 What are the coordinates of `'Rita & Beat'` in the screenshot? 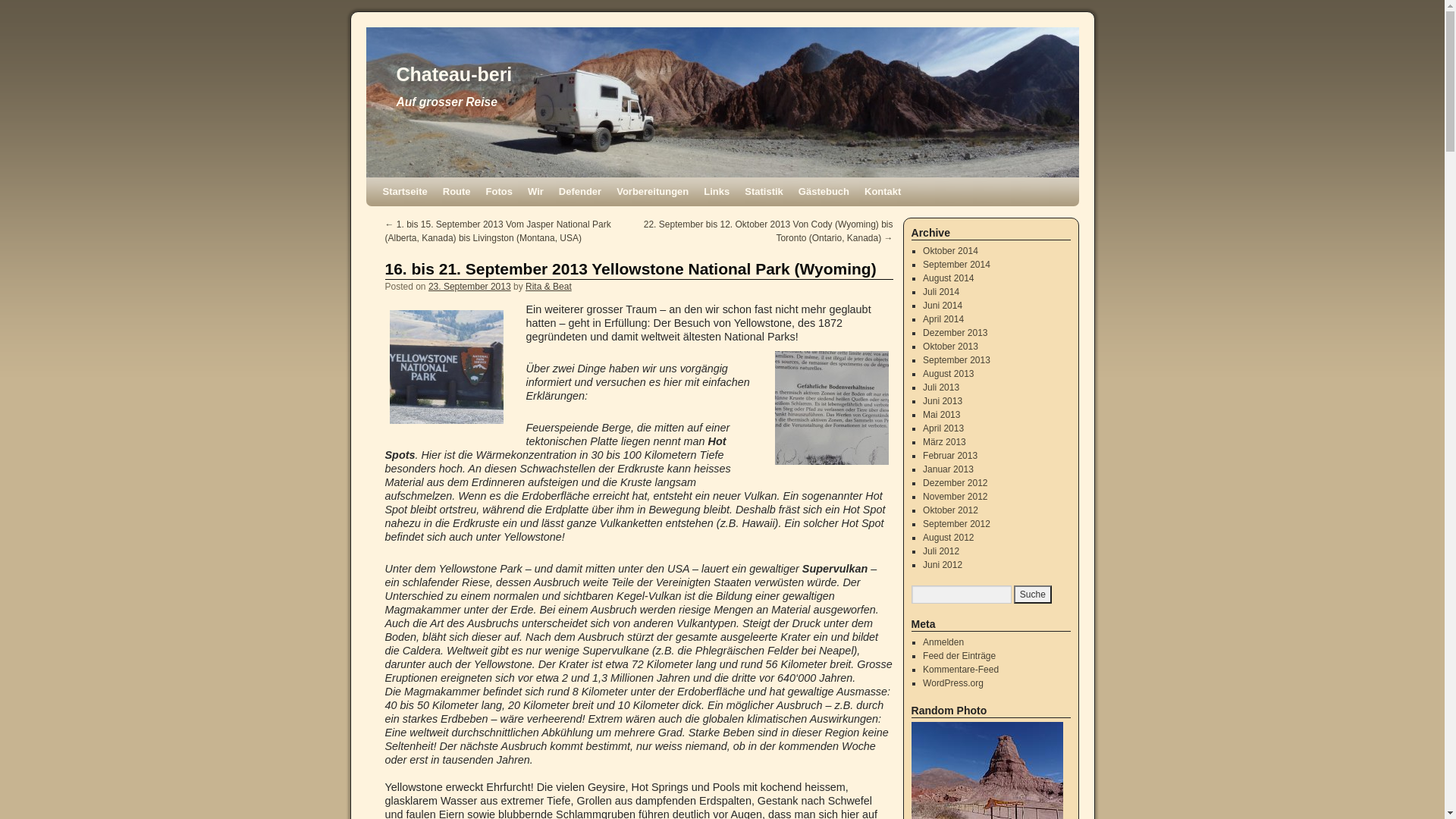 It's located at (548, 287).